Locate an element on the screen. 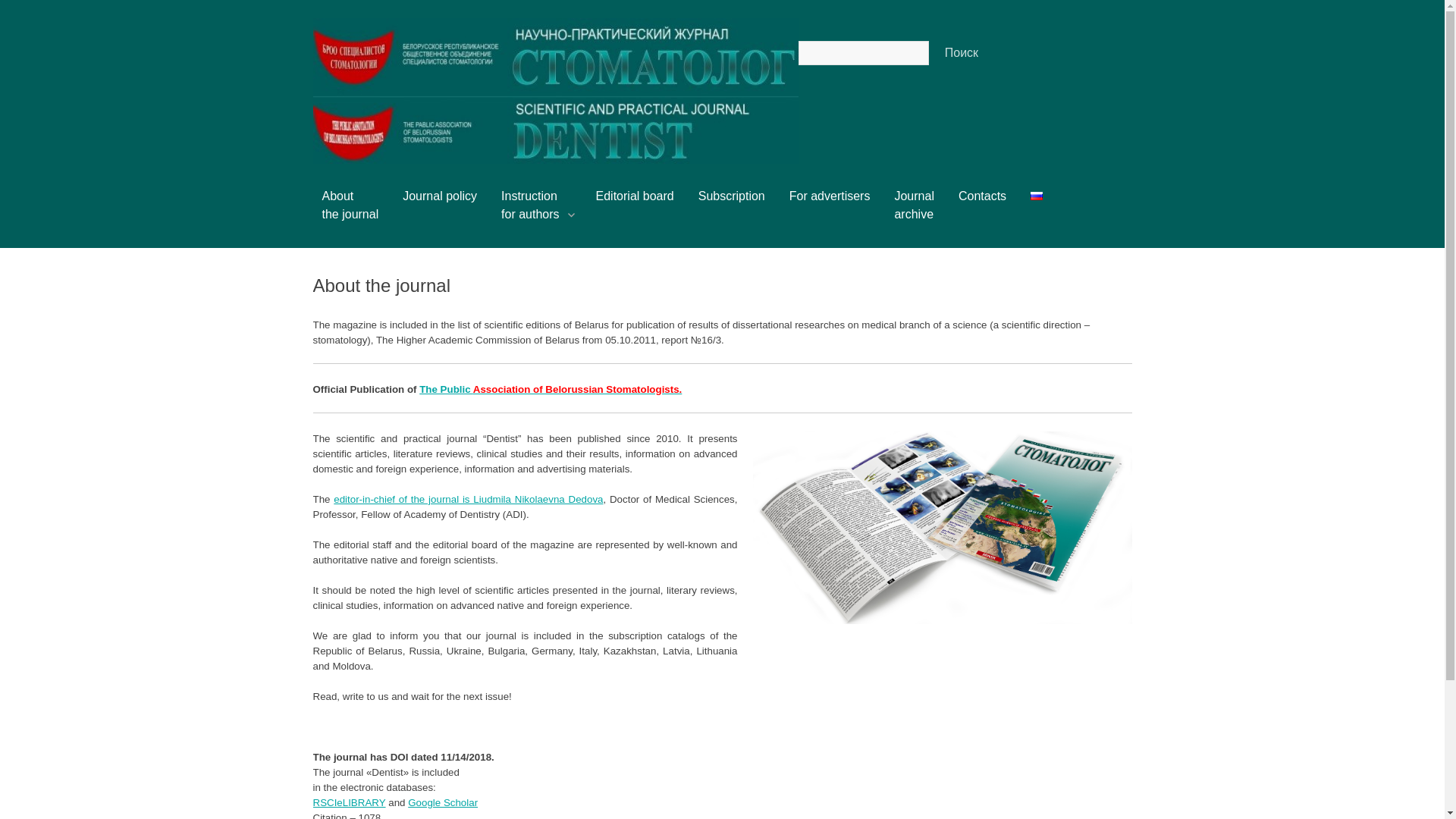  'Journal policy' is located at coordinates (439, 201).